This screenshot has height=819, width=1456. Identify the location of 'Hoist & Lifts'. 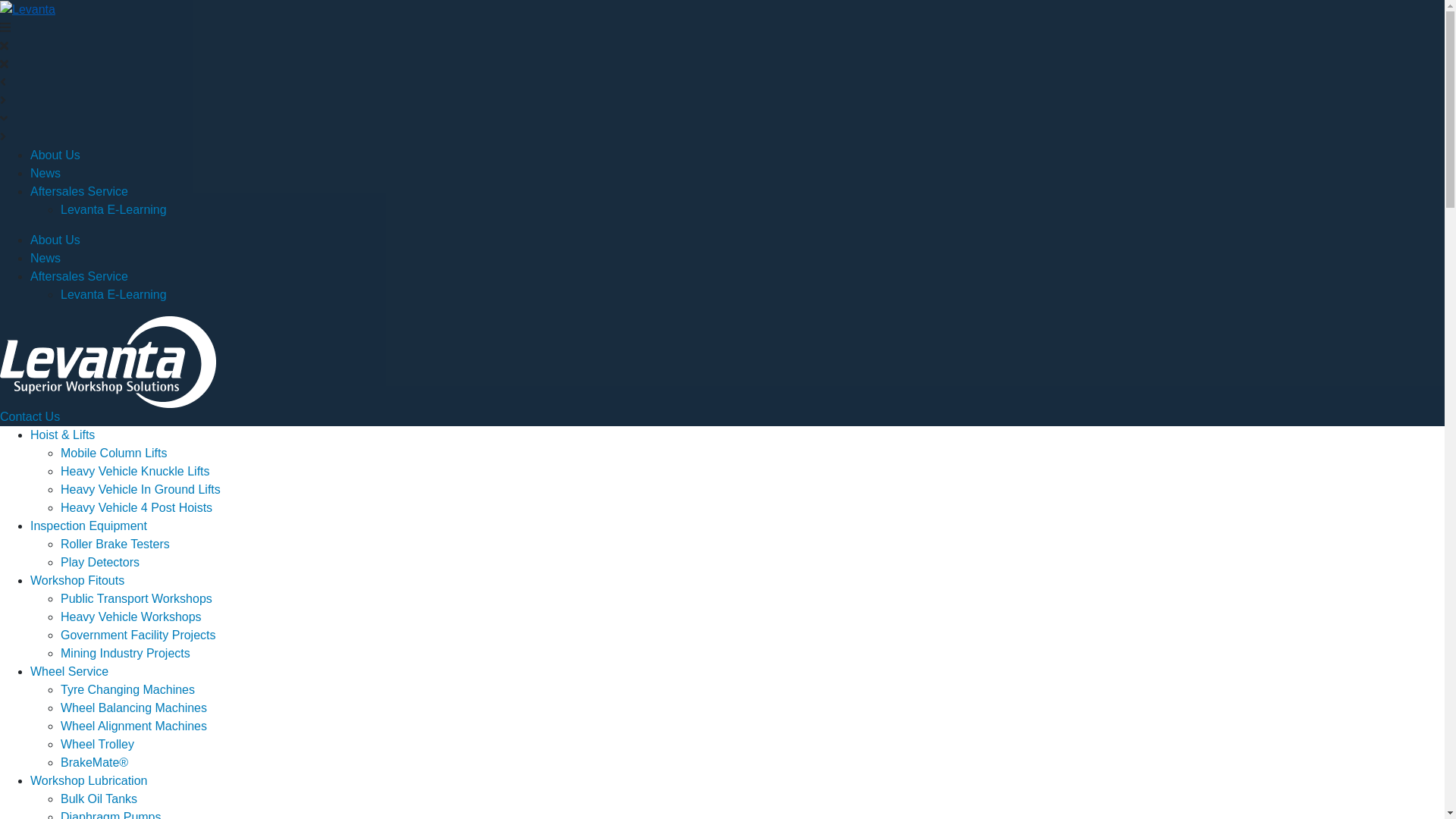
(61, 435).